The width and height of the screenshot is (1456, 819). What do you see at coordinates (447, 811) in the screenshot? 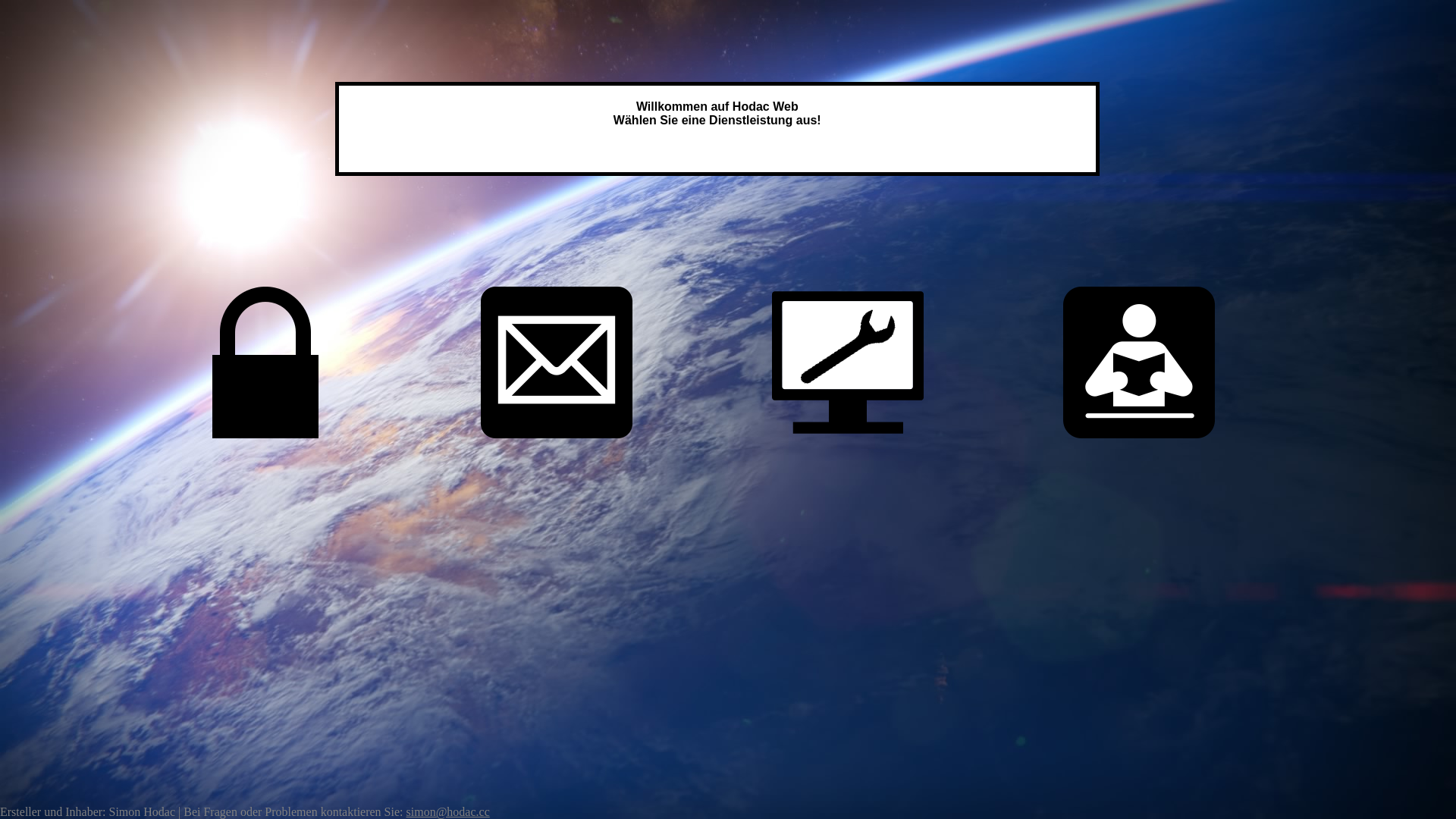
I see `'simon@hodac.cc'` at bounding box center [447, 811].